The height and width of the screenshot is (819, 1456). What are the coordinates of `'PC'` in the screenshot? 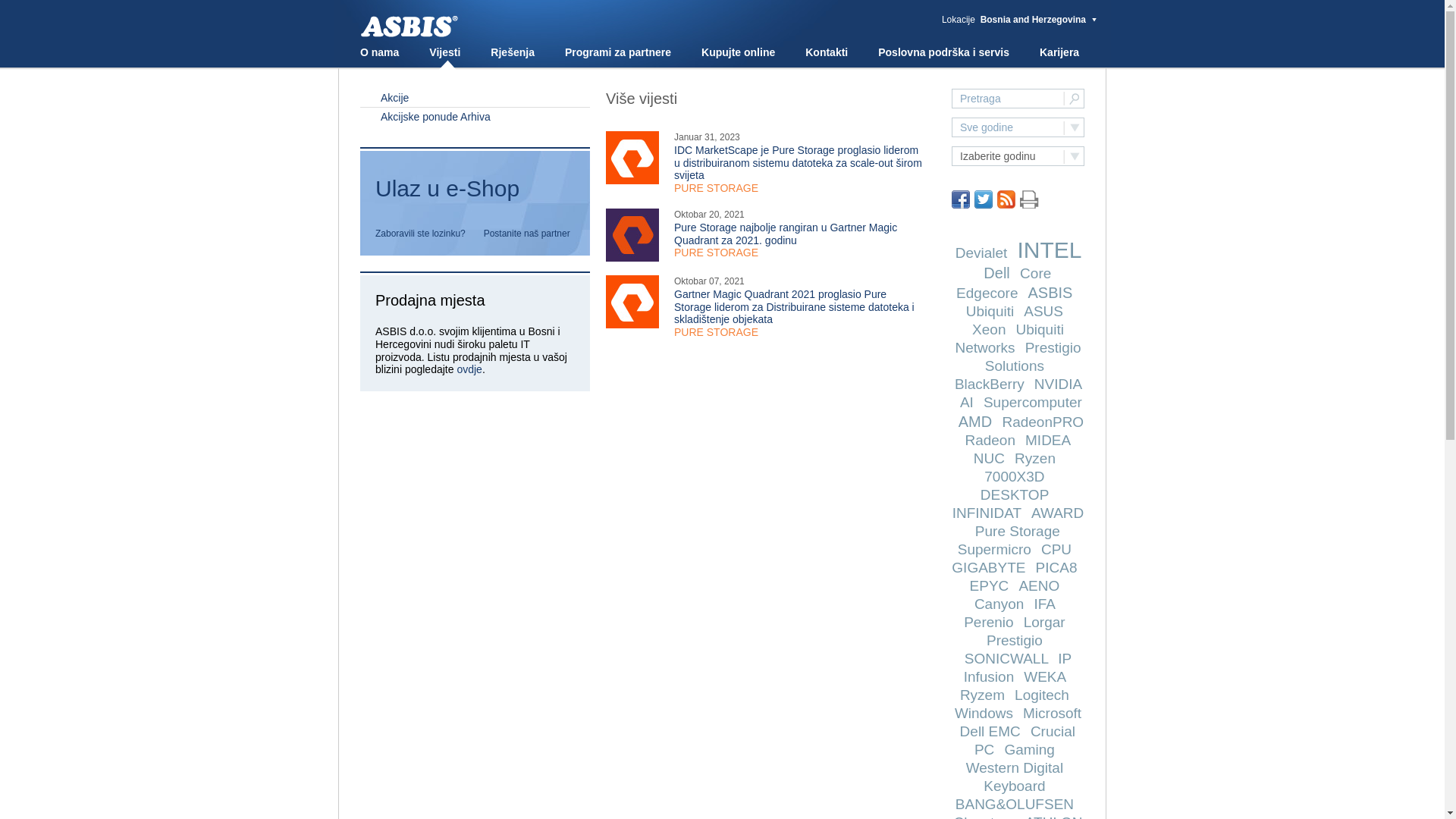 It's located at (984, 748).